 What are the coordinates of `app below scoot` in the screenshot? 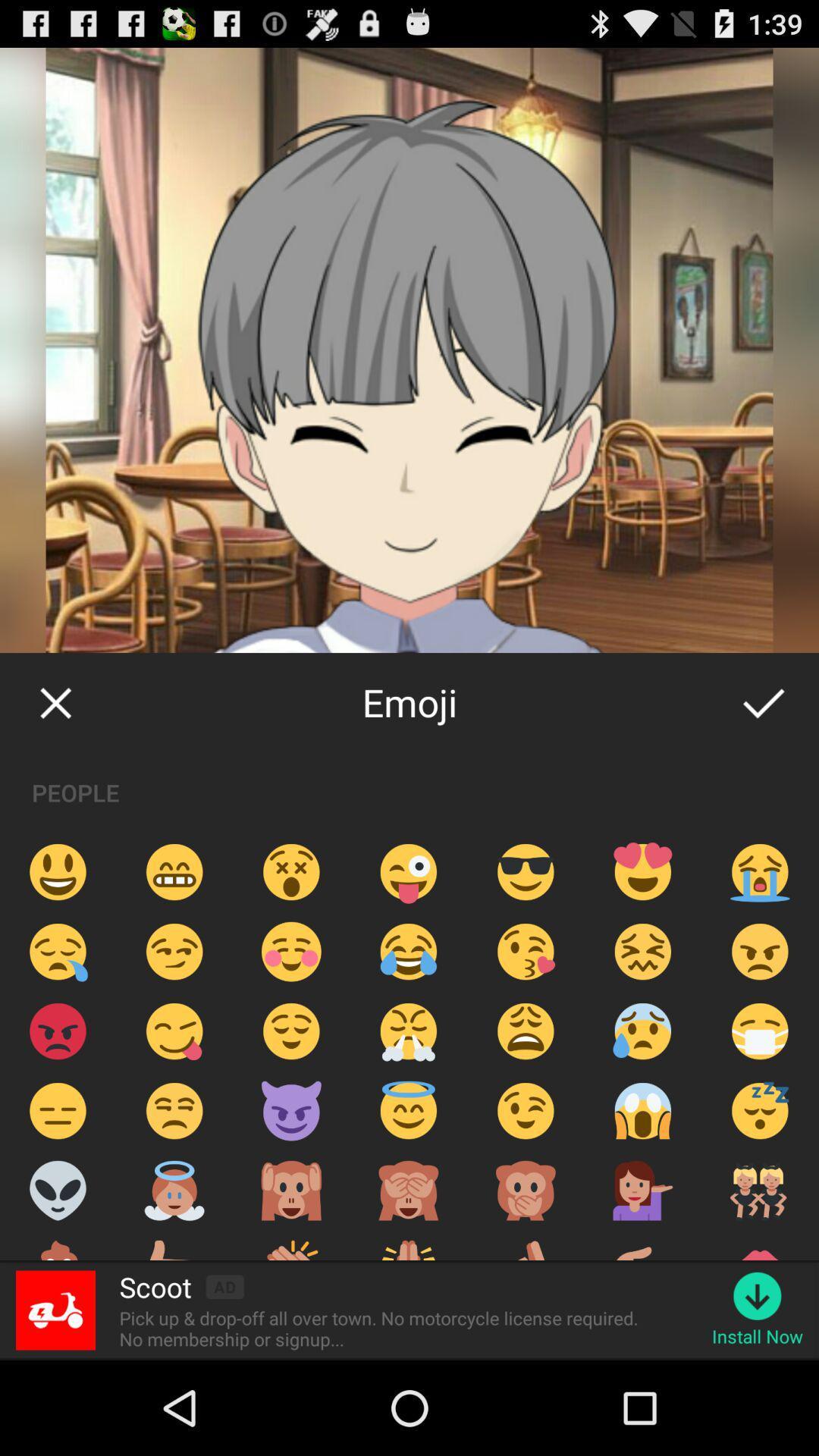 It's located at (383, 1328).